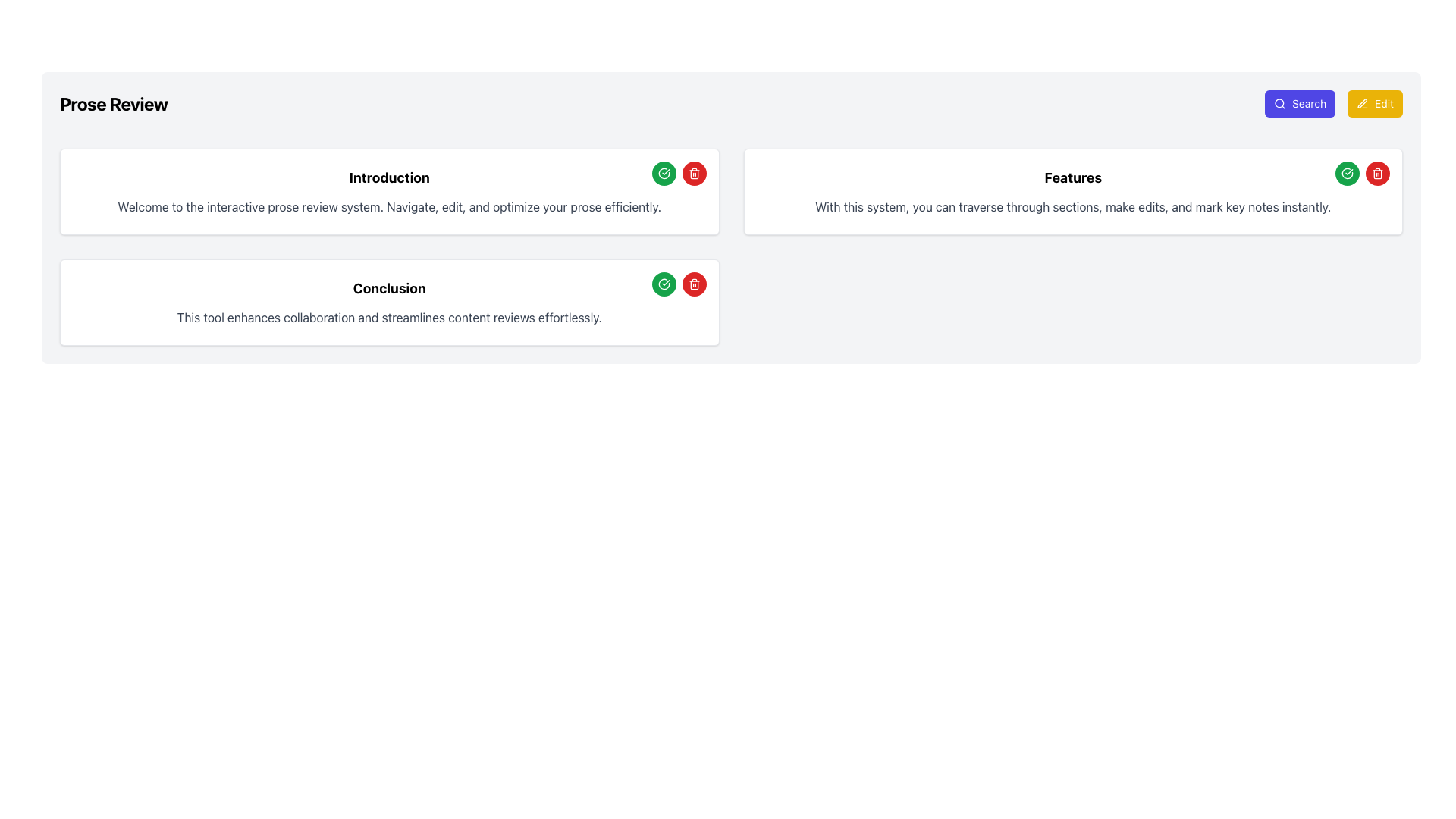 This screenshot has width=1456, height=819. What do you see at coordinates (1308, 103) in the screenshot?
I see `on the 'Search' text label located within the purple button in the top-right corner of the interface` at bounding box center [1308, 103].